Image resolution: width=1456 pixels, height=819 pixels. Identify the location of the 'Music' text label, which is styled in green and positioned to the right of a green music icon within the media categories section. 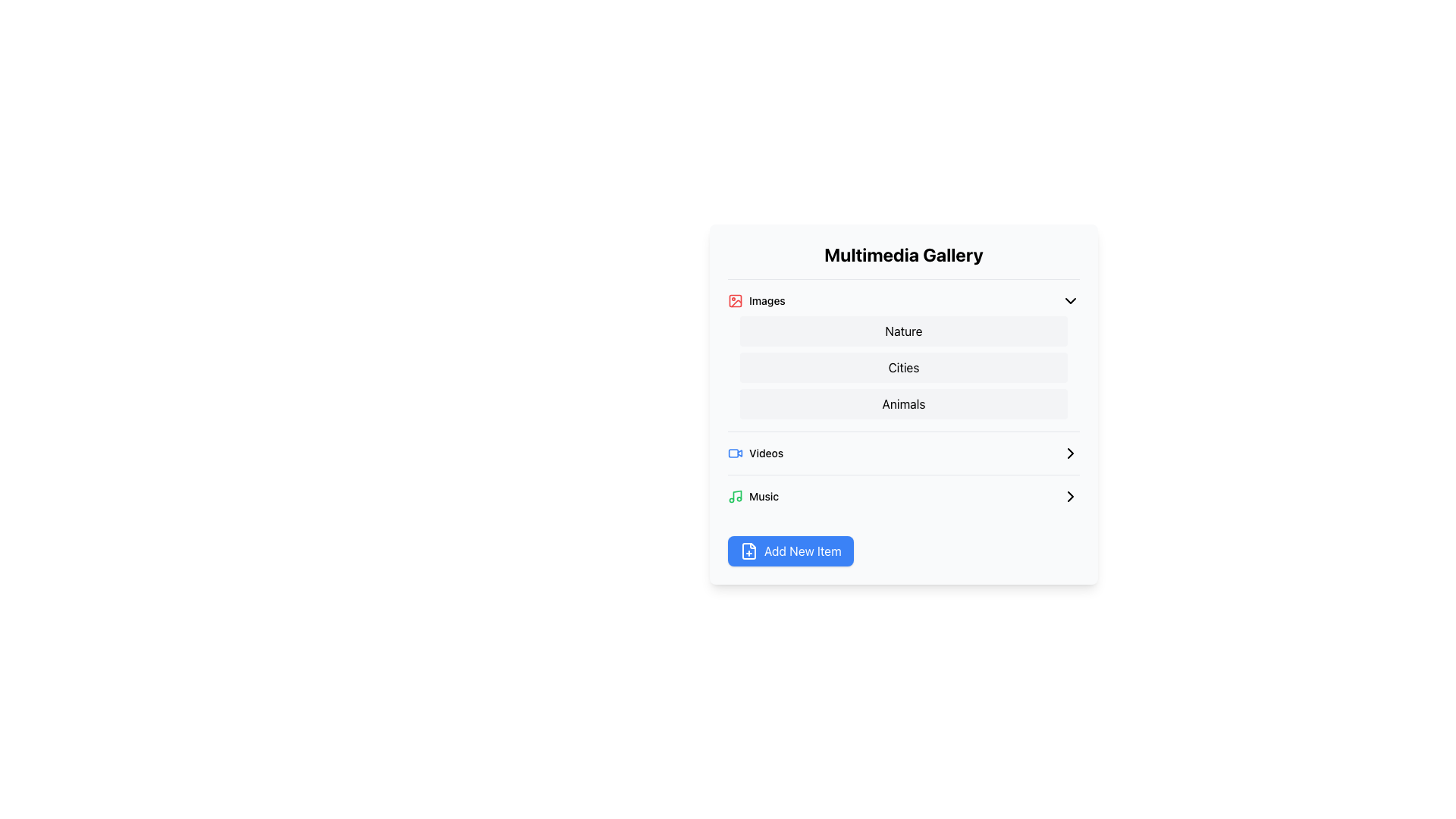
(764, 497).